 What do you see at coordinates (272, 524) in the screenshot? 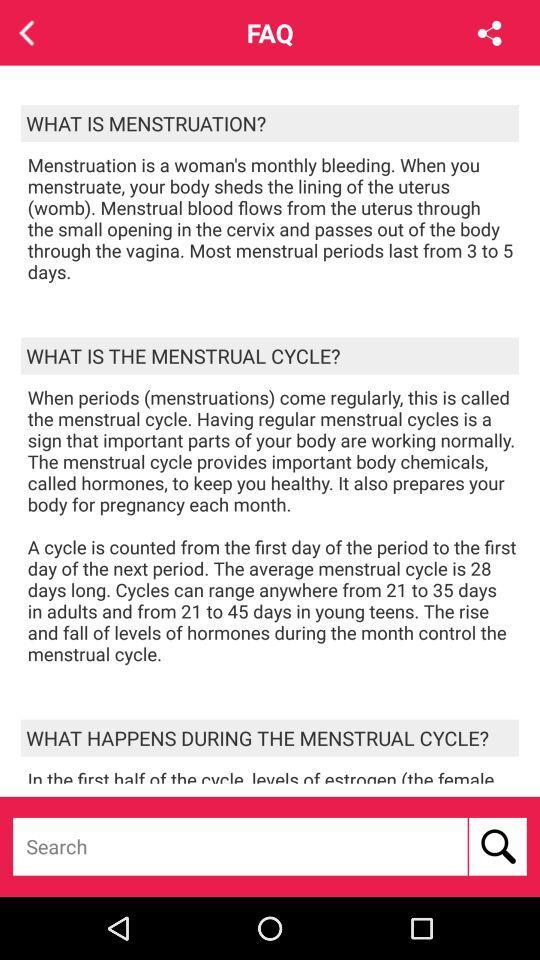
I see `when periods menstruations app` at bounding box center [272, 524].